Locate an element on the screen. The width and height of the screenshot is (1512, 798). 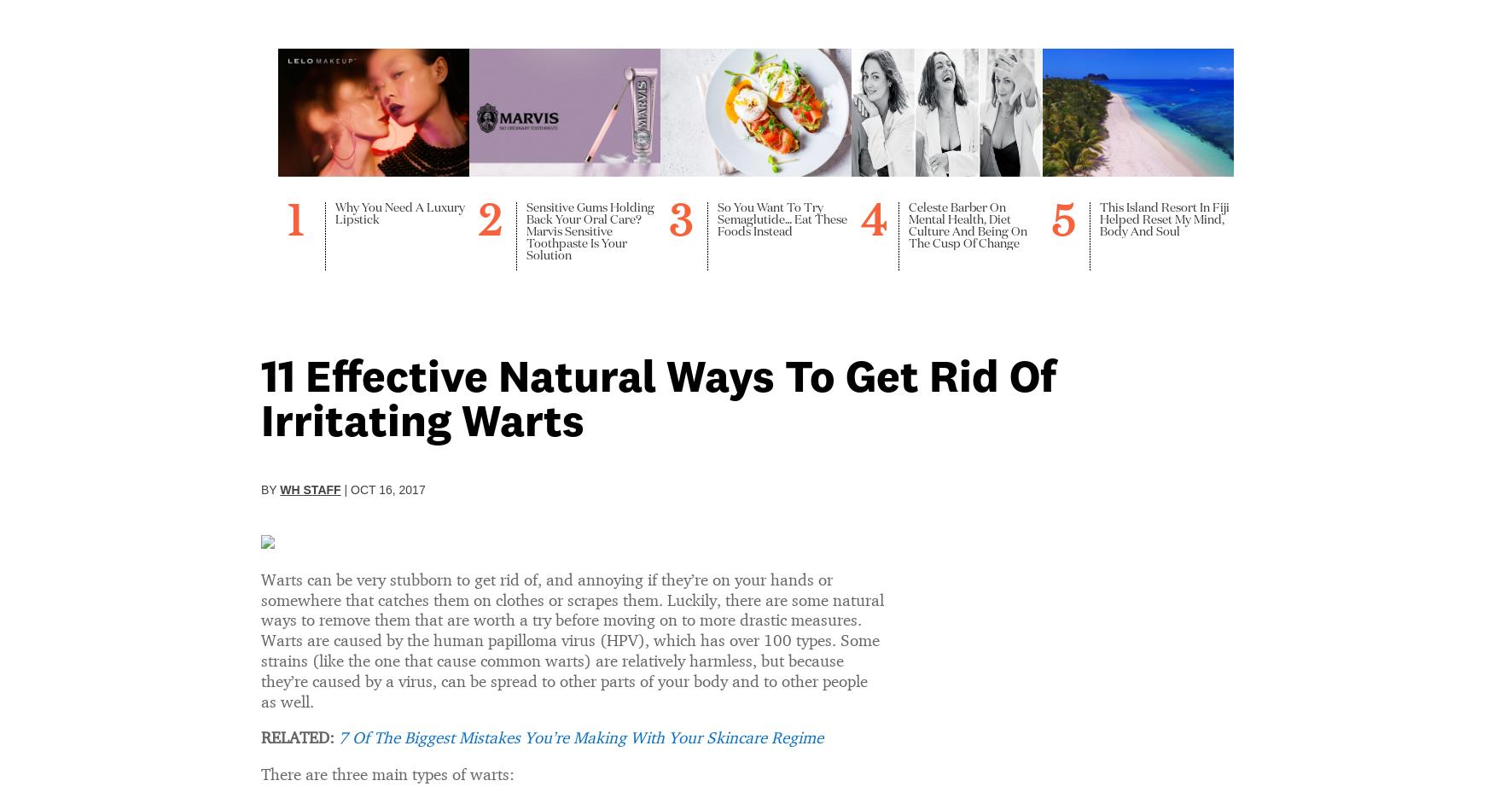
'Health' is located at coordinates (643, 376).